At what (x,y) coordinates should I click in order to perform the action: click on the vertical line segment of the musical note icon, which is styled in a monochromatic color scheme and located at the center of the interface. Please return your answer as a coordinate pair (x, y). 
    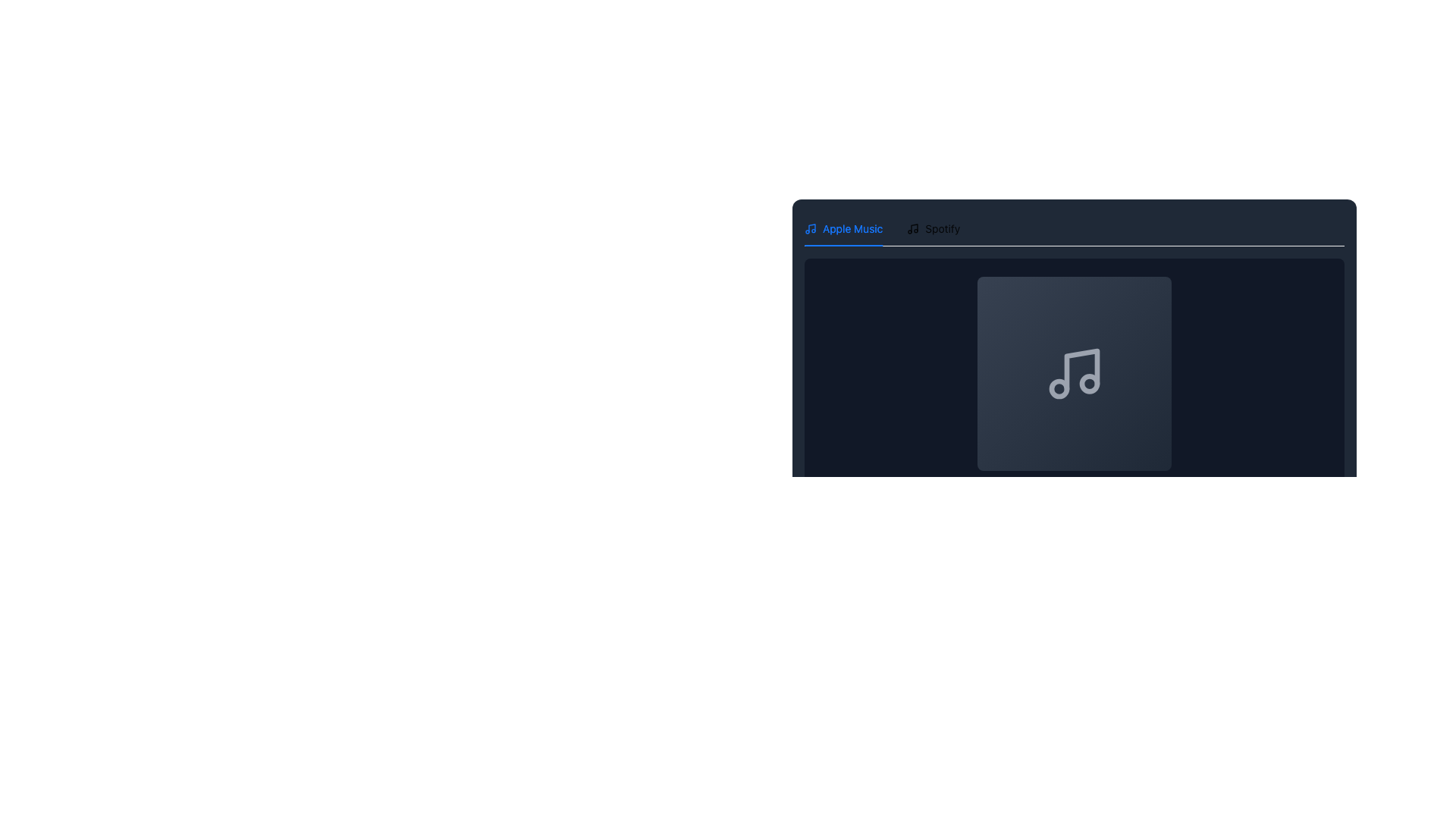
    Looking at the image, I should click on (1081, 370).